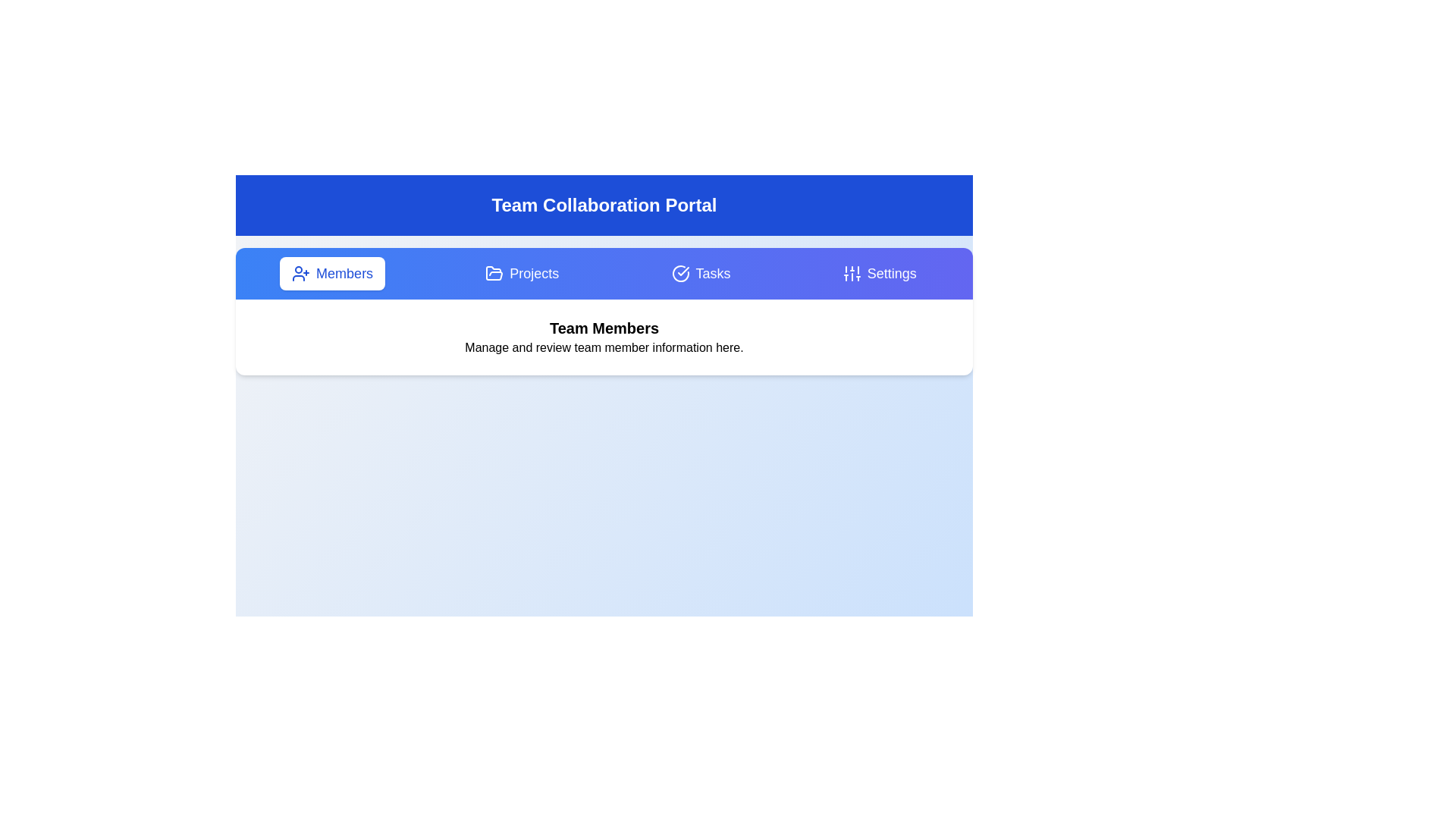  What do you see at coordinates (852, 274) in the screenshot?
I see `the vertical sliders icon located inside the 'Settings' button, positioned before the text label 'Settings'` at bounding box center [852, 274].